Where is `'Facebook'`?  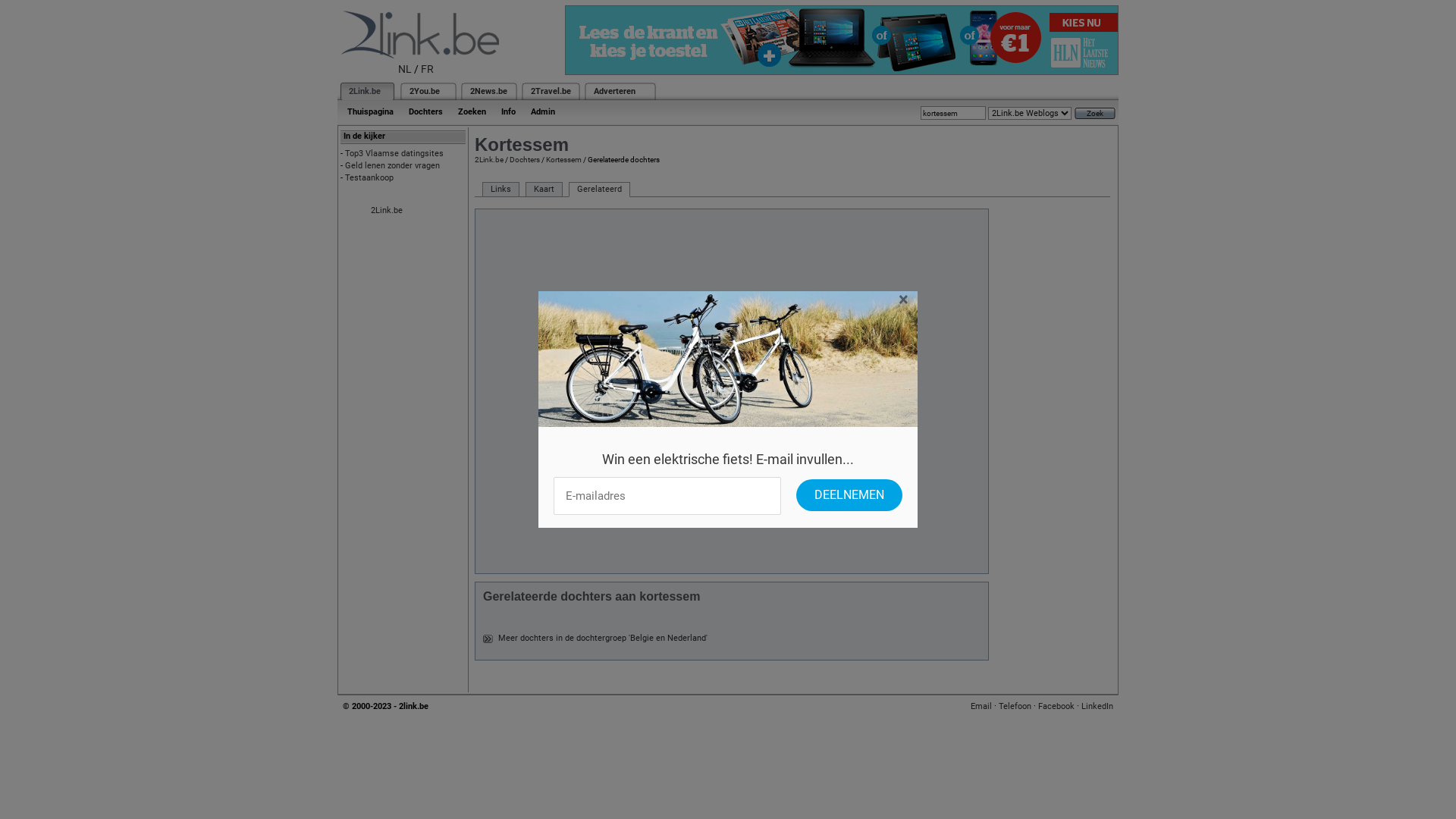
'Facebook' is located at coordinates (1037, 706).